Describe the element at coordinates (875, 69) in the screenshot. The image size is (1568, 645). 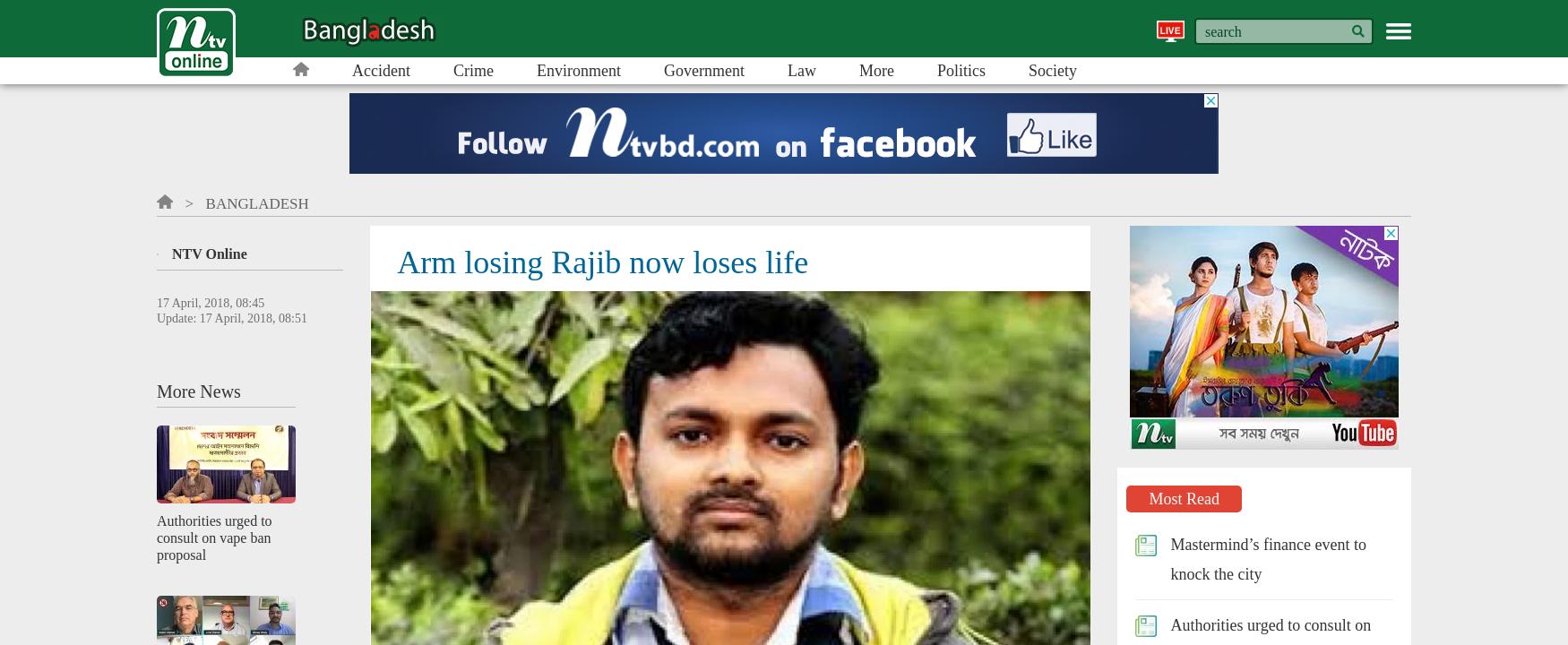
I see `'More'` at that location.